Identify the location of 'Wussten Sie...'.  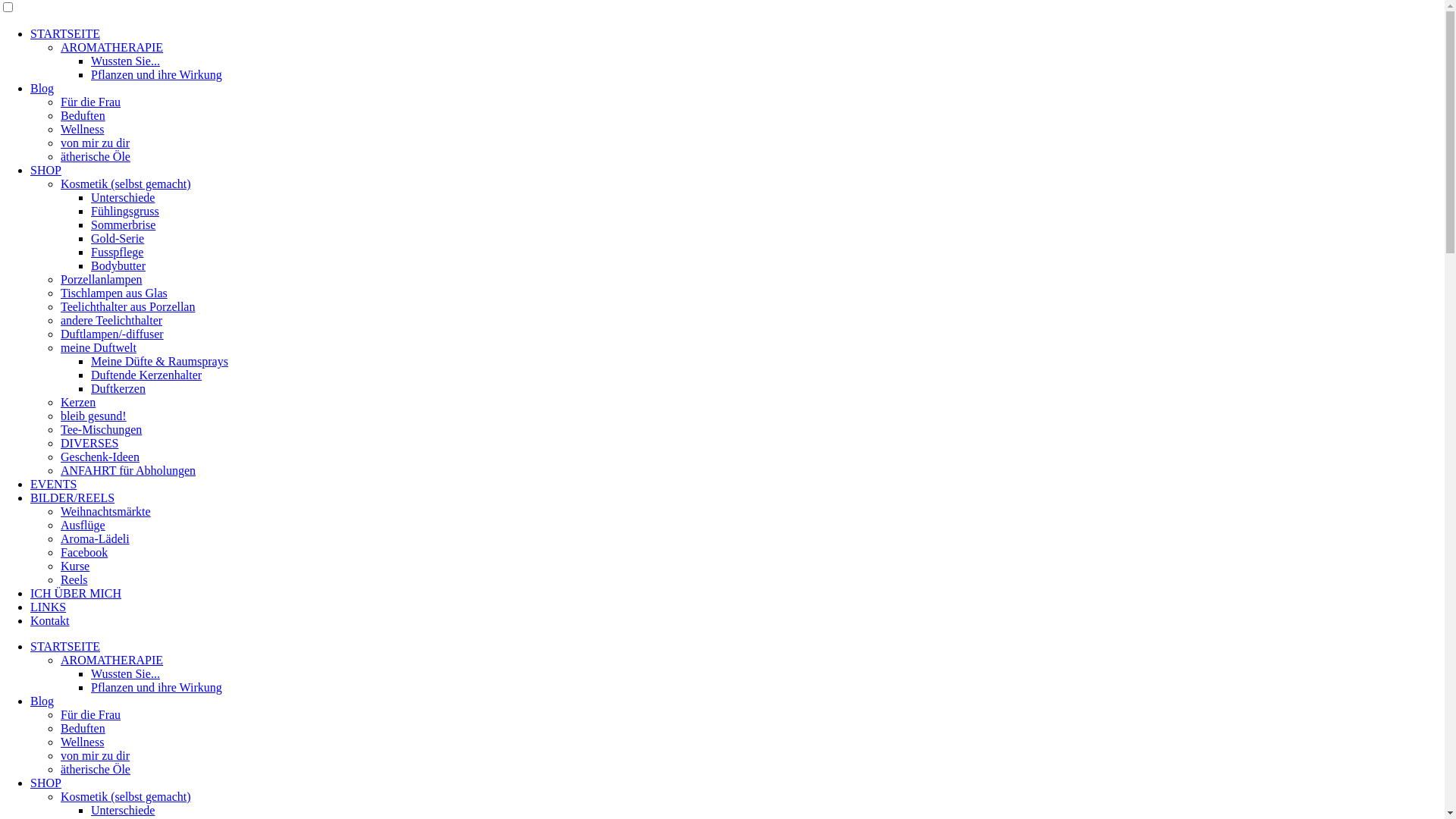
(125, 60).